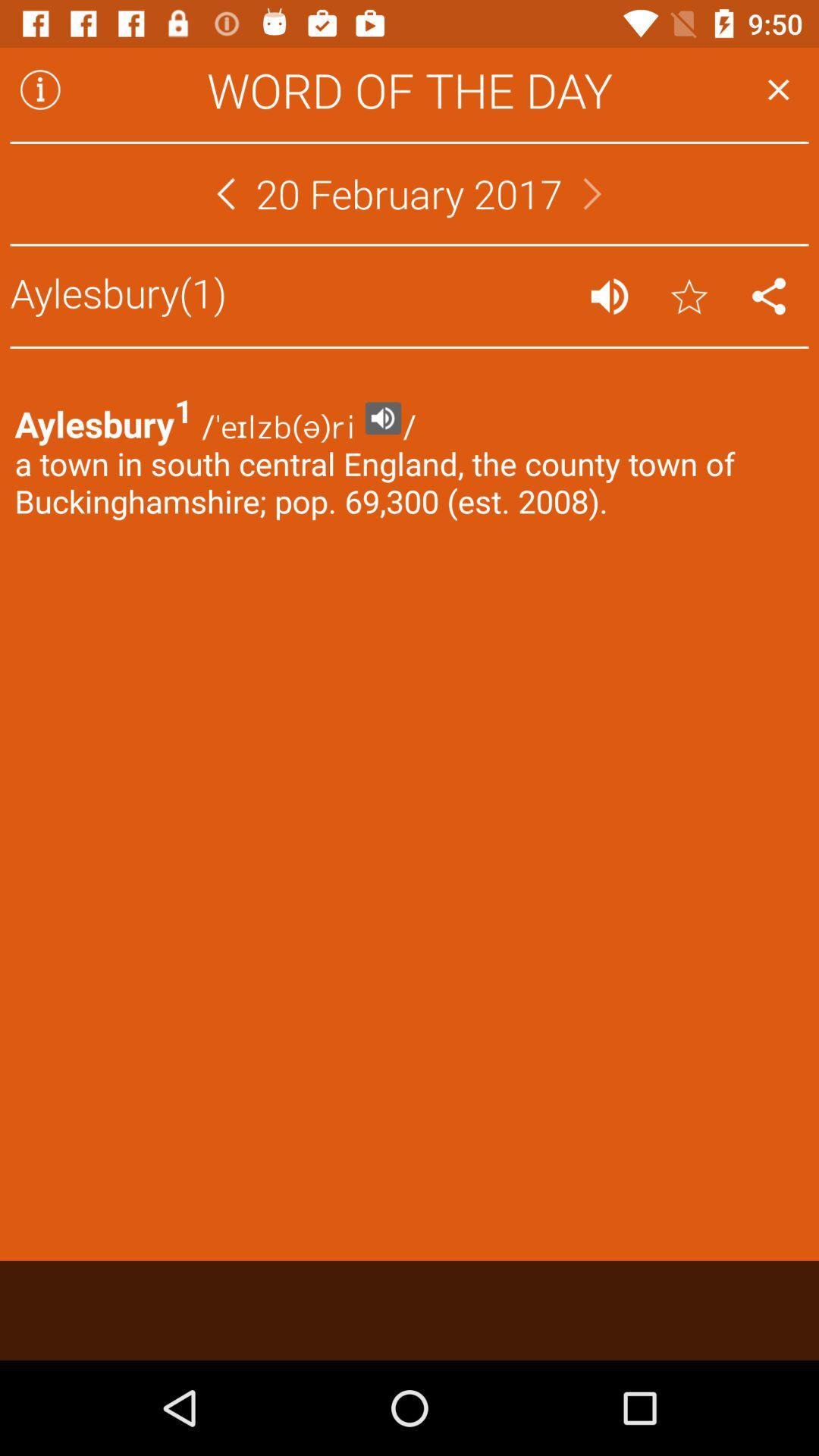  What do you see at coordinates (608, 296) in the screenshot?
I see `app to the right of aylesbury(1) app` at bounding box center [608, 296].